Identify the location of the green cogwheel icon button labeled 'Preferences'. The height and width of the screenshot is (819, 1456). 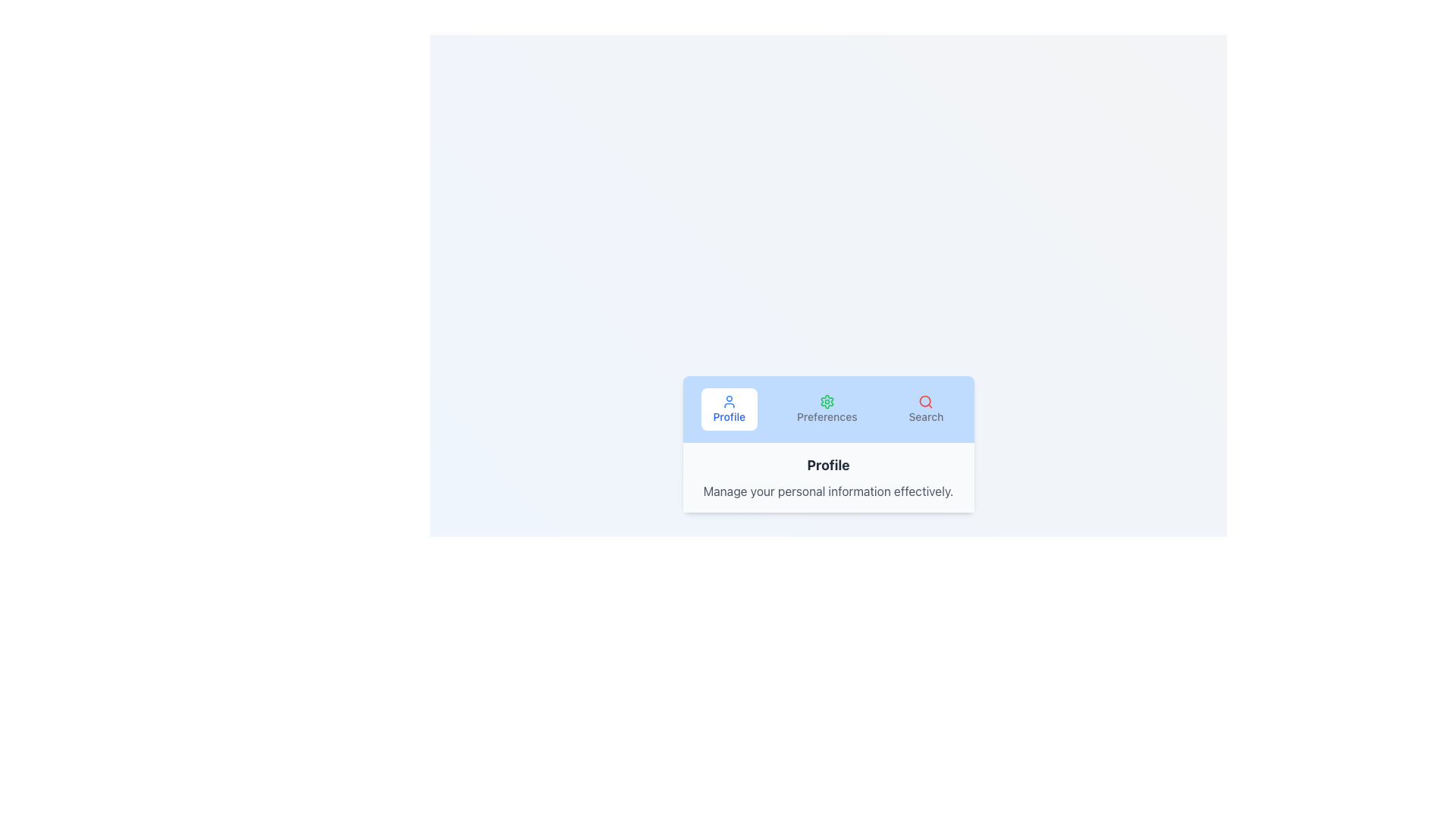
(826, 409).